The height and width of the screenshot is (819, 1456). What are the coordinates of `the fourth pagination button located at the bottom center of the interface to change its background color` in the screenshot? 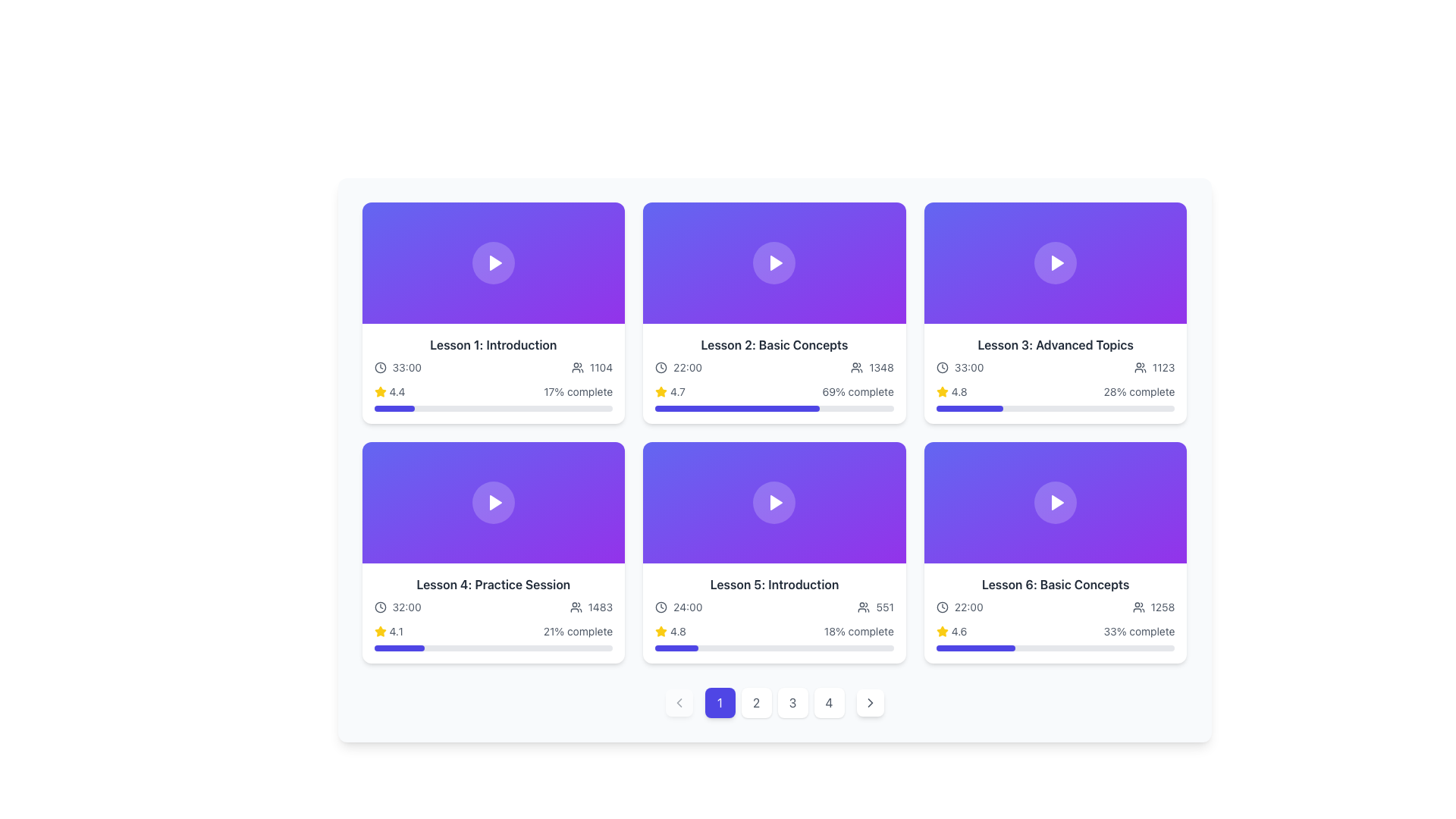 It's located at (828, 702).